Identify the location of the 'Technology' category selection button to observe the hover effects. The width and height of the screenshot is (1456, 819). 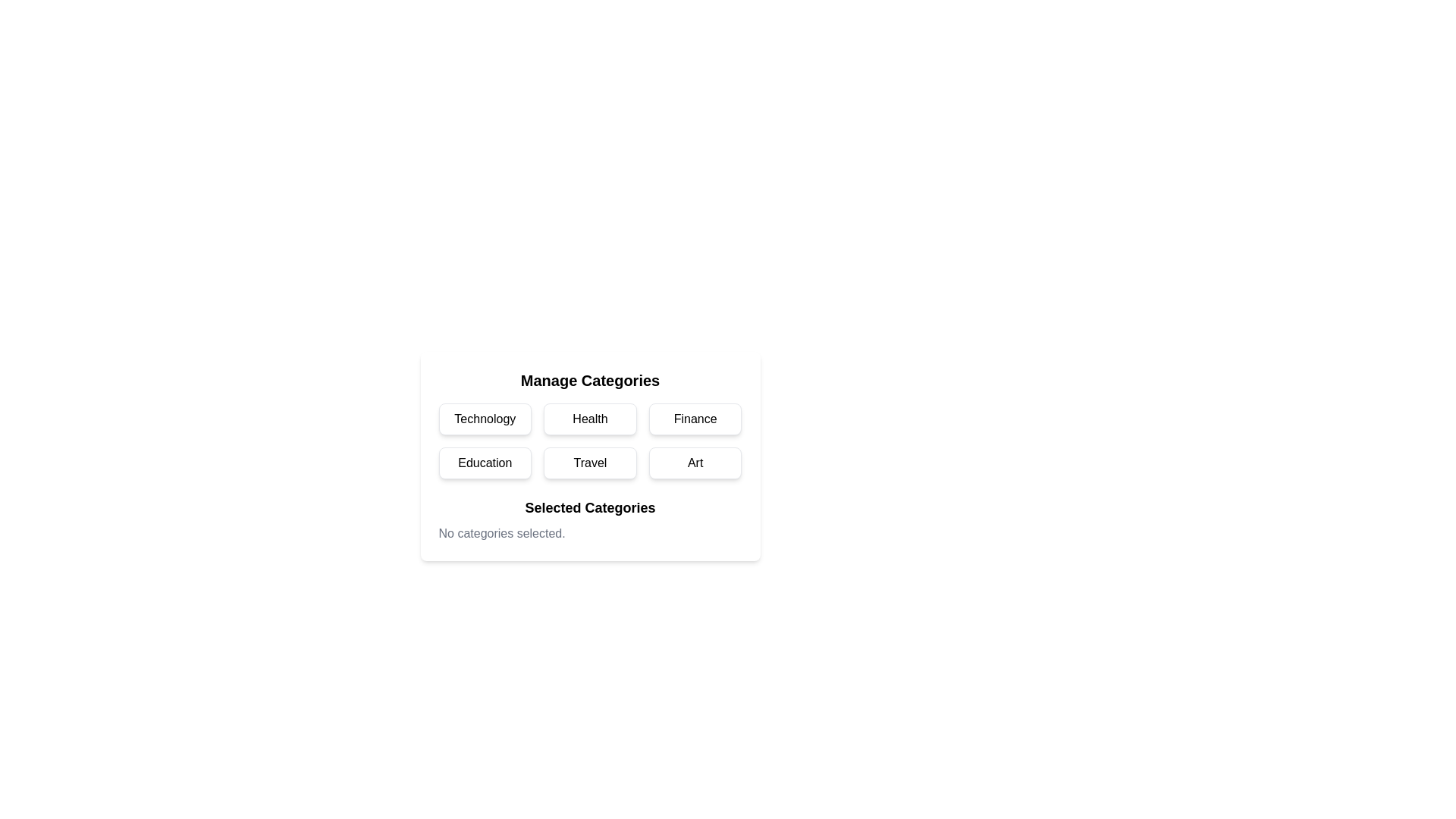
(484, 419).